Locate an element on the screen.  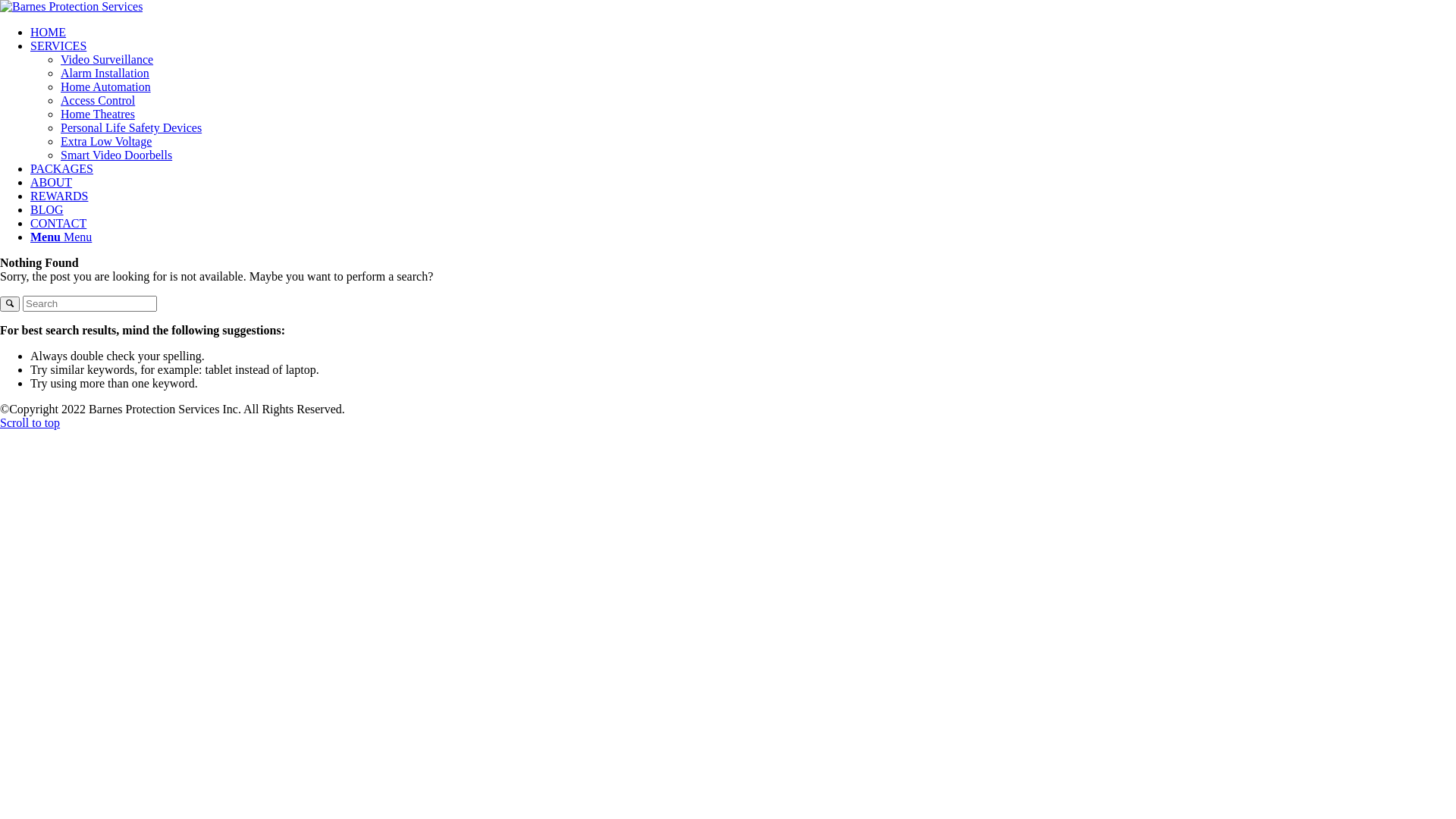
'HOME' is located at coordinates (30, 32).